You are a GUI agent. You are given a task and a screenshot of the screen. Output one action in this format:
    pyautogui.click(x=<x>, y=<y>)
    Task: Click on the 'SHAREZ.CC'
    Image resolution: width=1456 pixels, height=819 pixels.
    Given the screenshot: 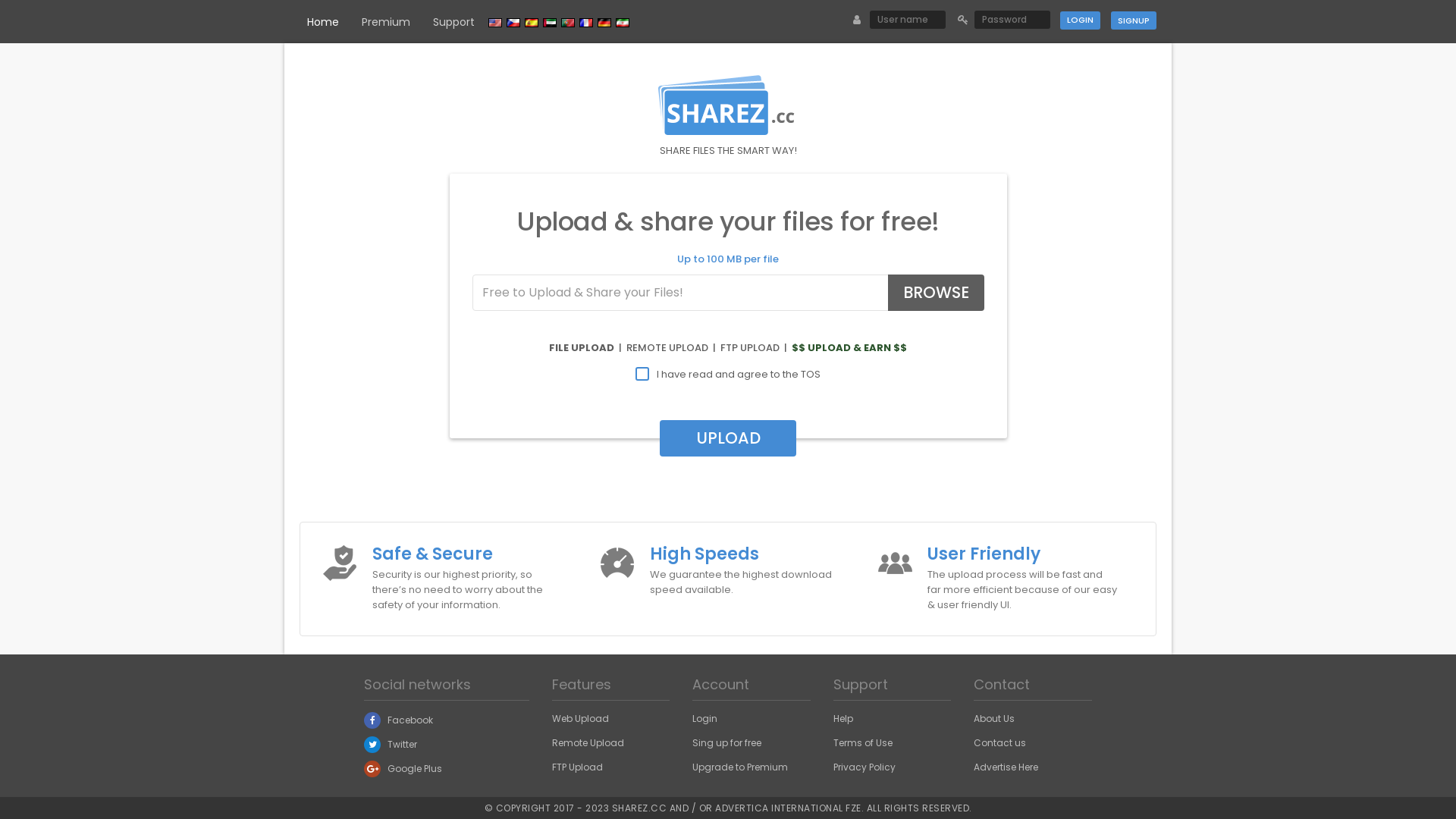 What is the action you would take?
    pyautogui.click(x=639, y=807)
    